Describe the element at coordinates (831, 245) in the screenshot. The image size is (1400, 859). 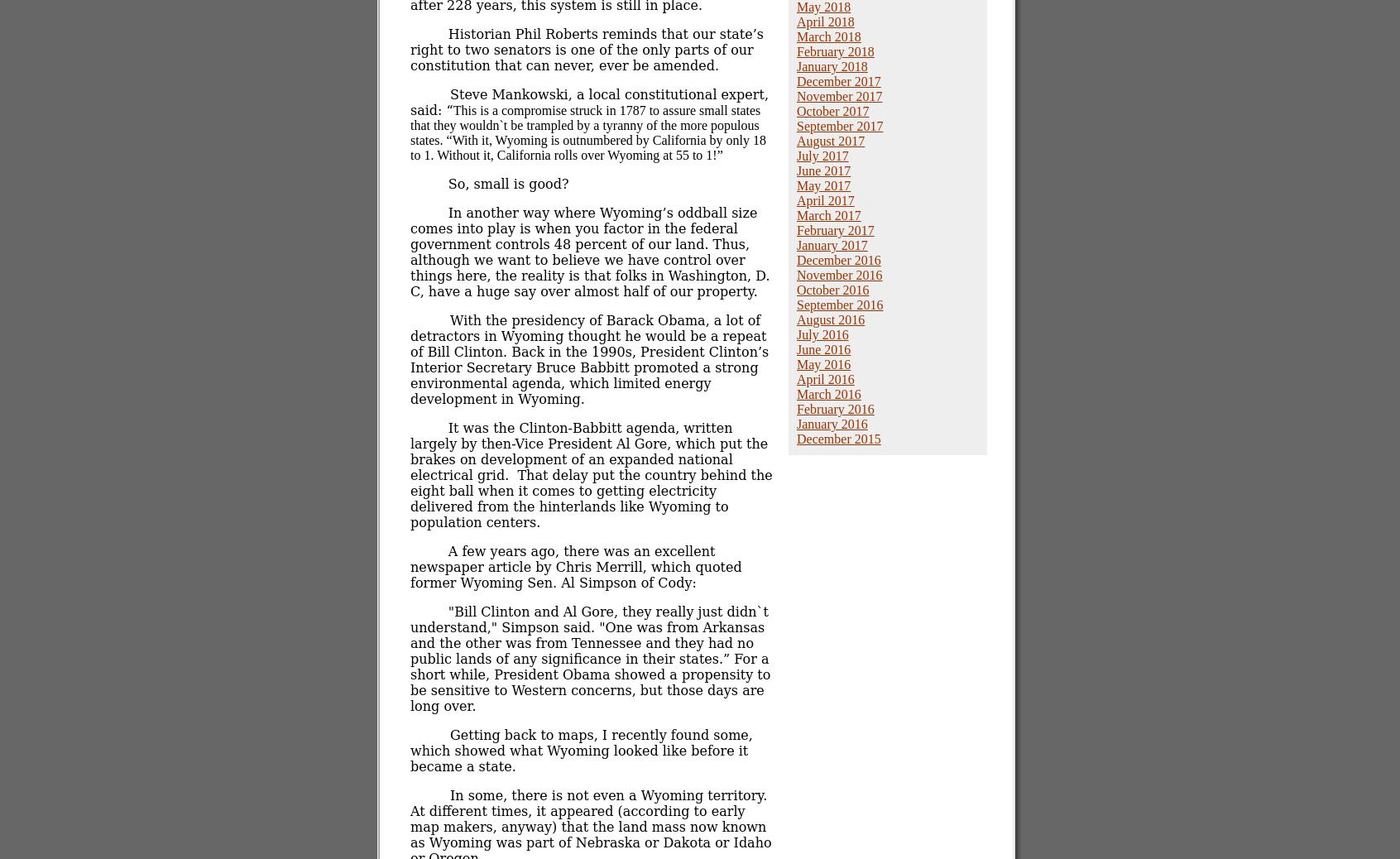
I see `'January 2017'` at that location.